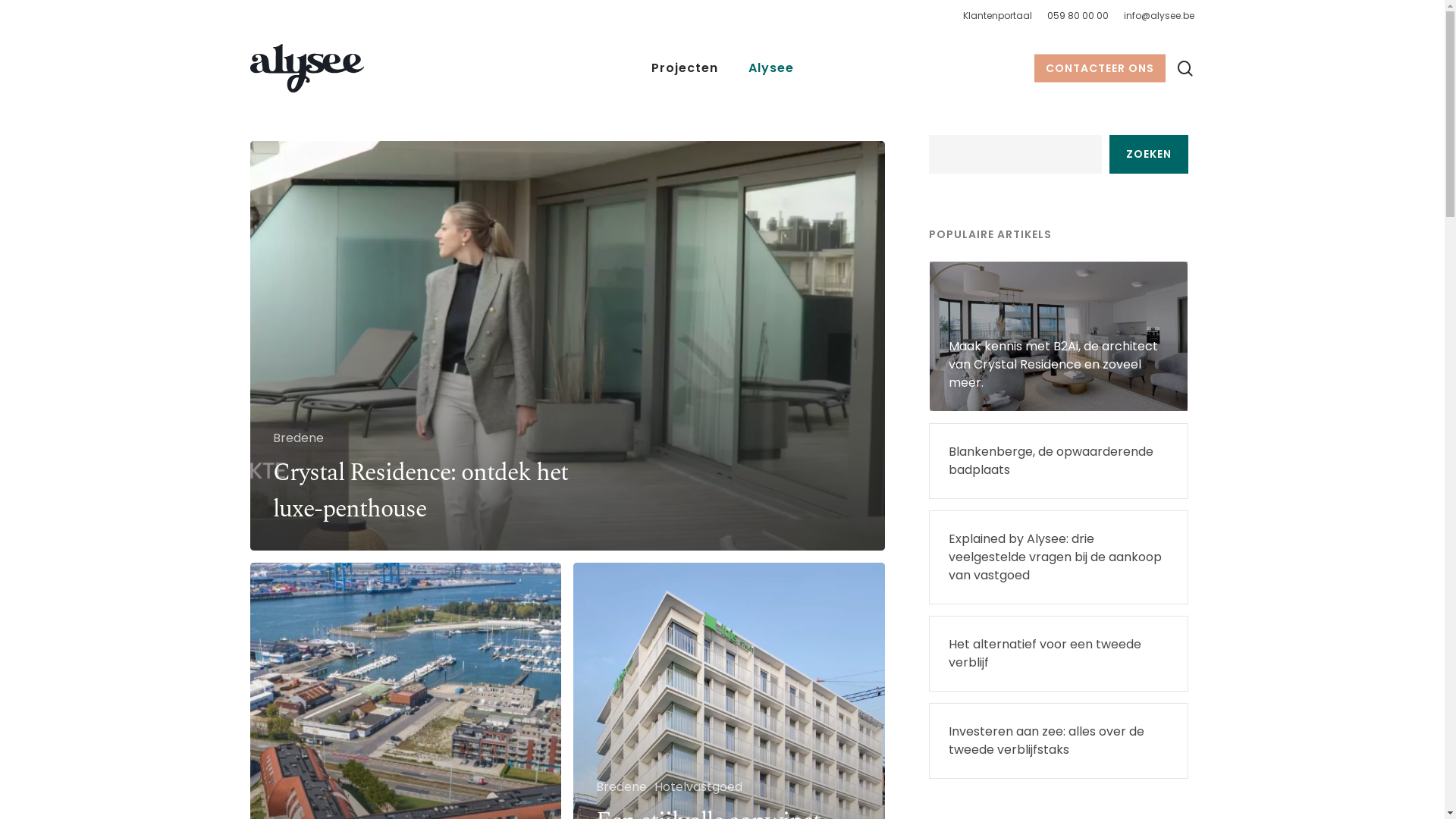  I want to click on 'Blankenberge, de opwaarderende badplaats', so click(1058, 460).